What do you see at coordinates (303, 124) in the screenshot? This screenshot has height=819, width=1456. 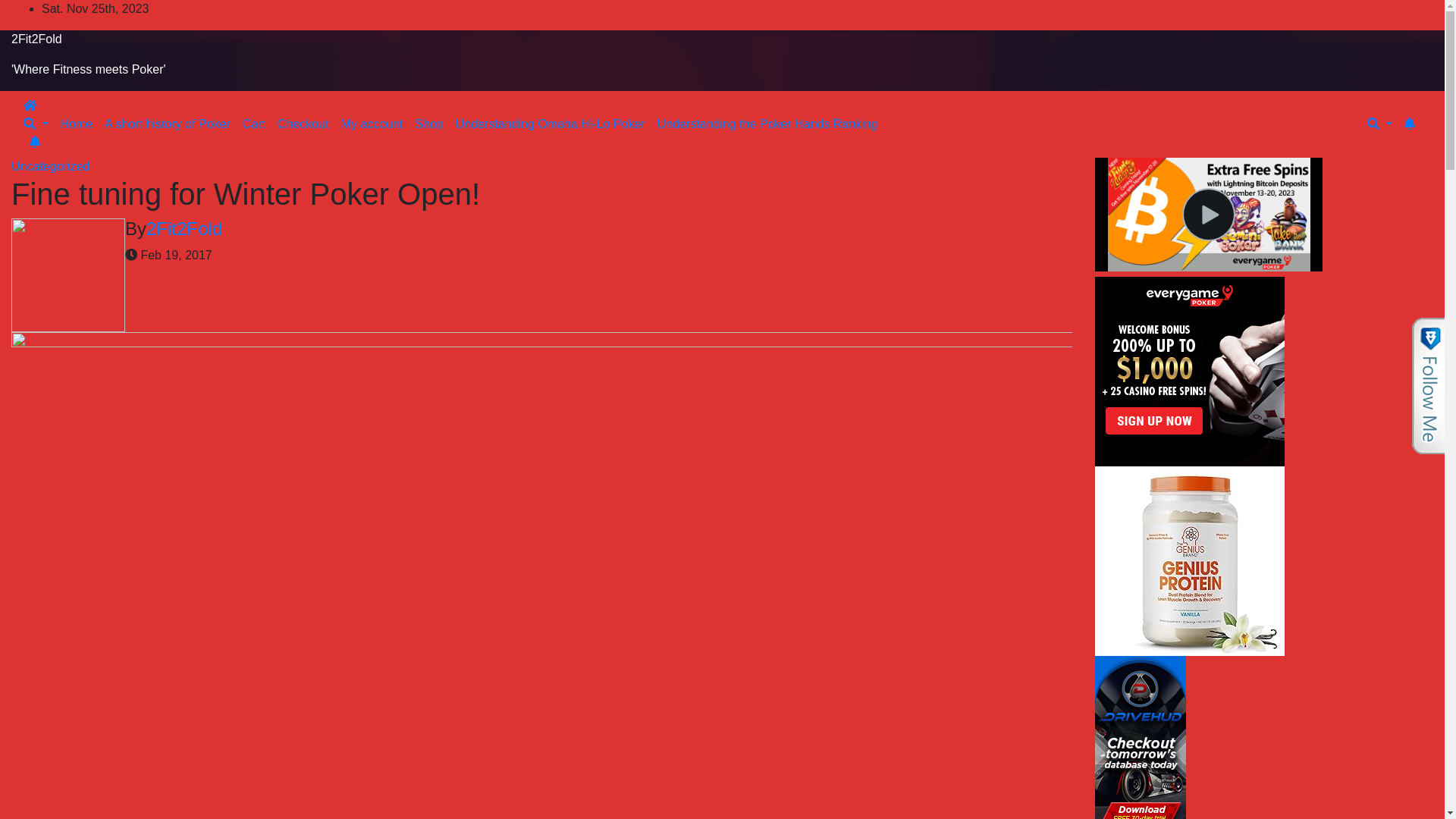 I see `'Checkout'` at bounding box center [303, 124].